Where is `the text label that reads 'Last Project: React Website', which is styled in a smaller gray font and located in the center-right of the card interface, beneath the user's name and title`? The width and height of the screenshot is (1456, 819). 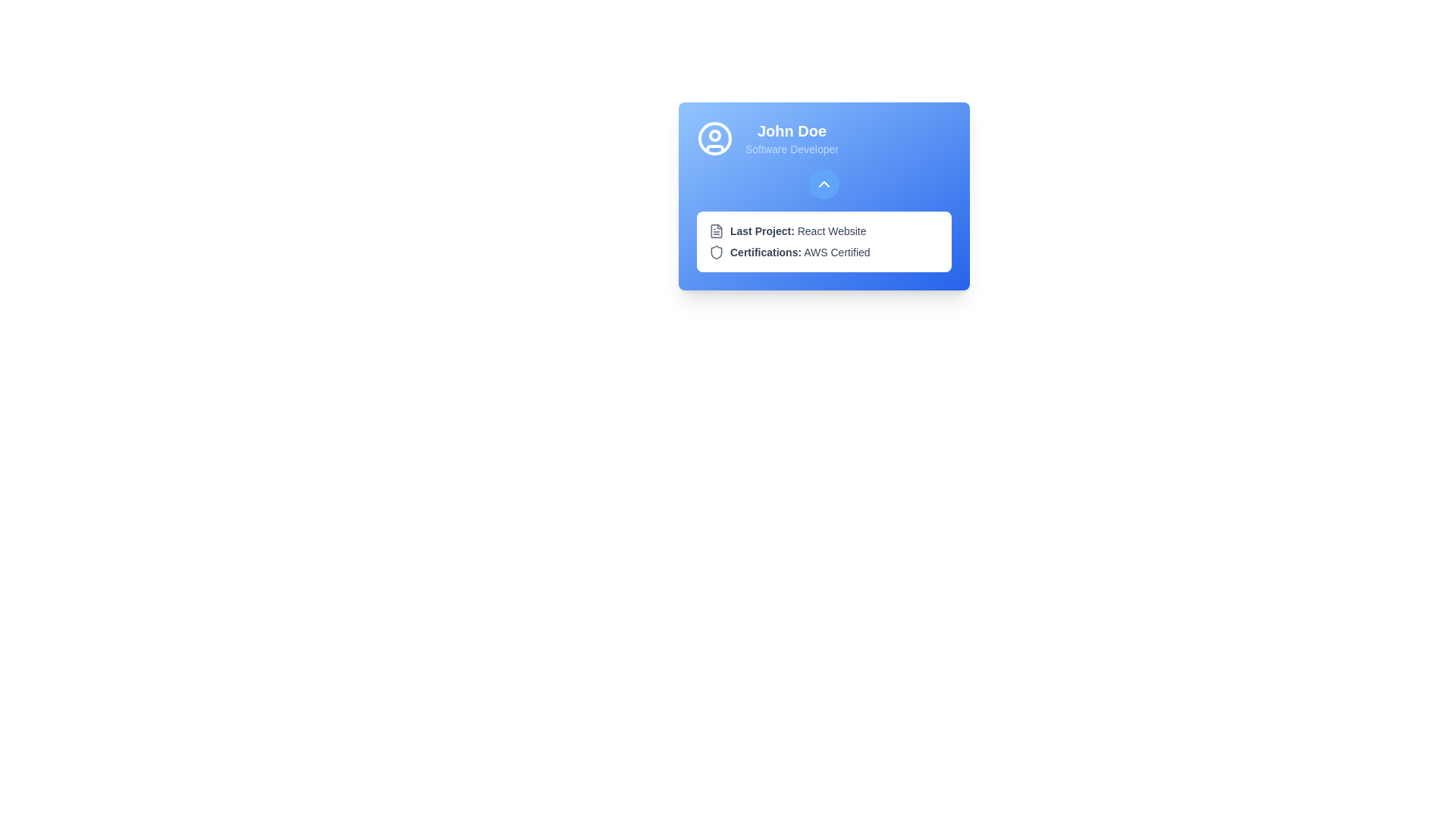 the text label that reads 'Last Project: React Website', which is styled in a smaller gray font and located in the center-right of the card interface, beneath the user's name and title is located at coordinates (797, 231).